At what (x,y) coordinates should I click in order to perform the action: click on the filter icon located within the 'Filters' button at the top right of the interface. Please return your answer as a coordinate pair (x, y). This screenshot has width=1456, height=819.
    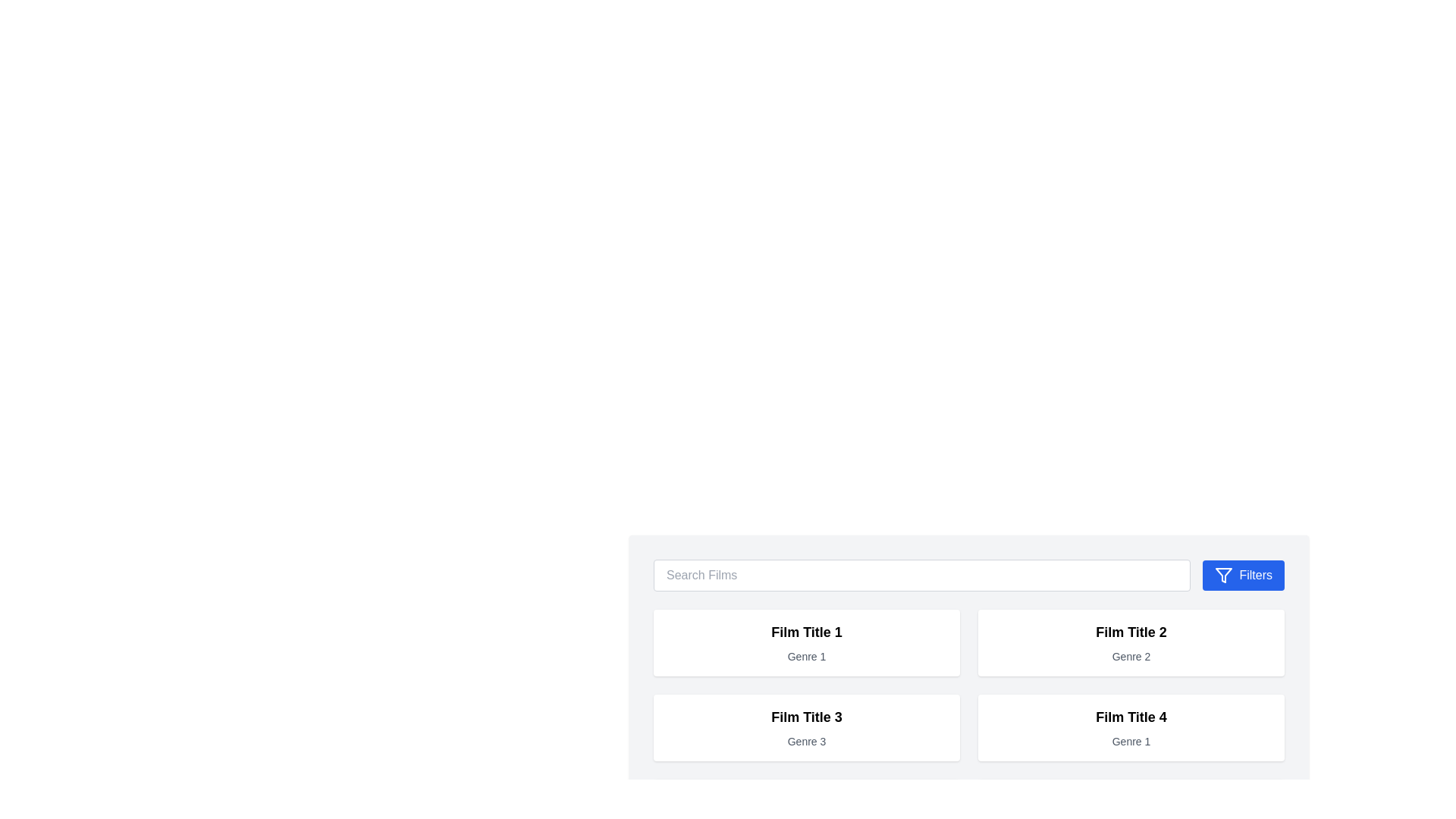
    Looking at the image, I should click on (1224, 576).